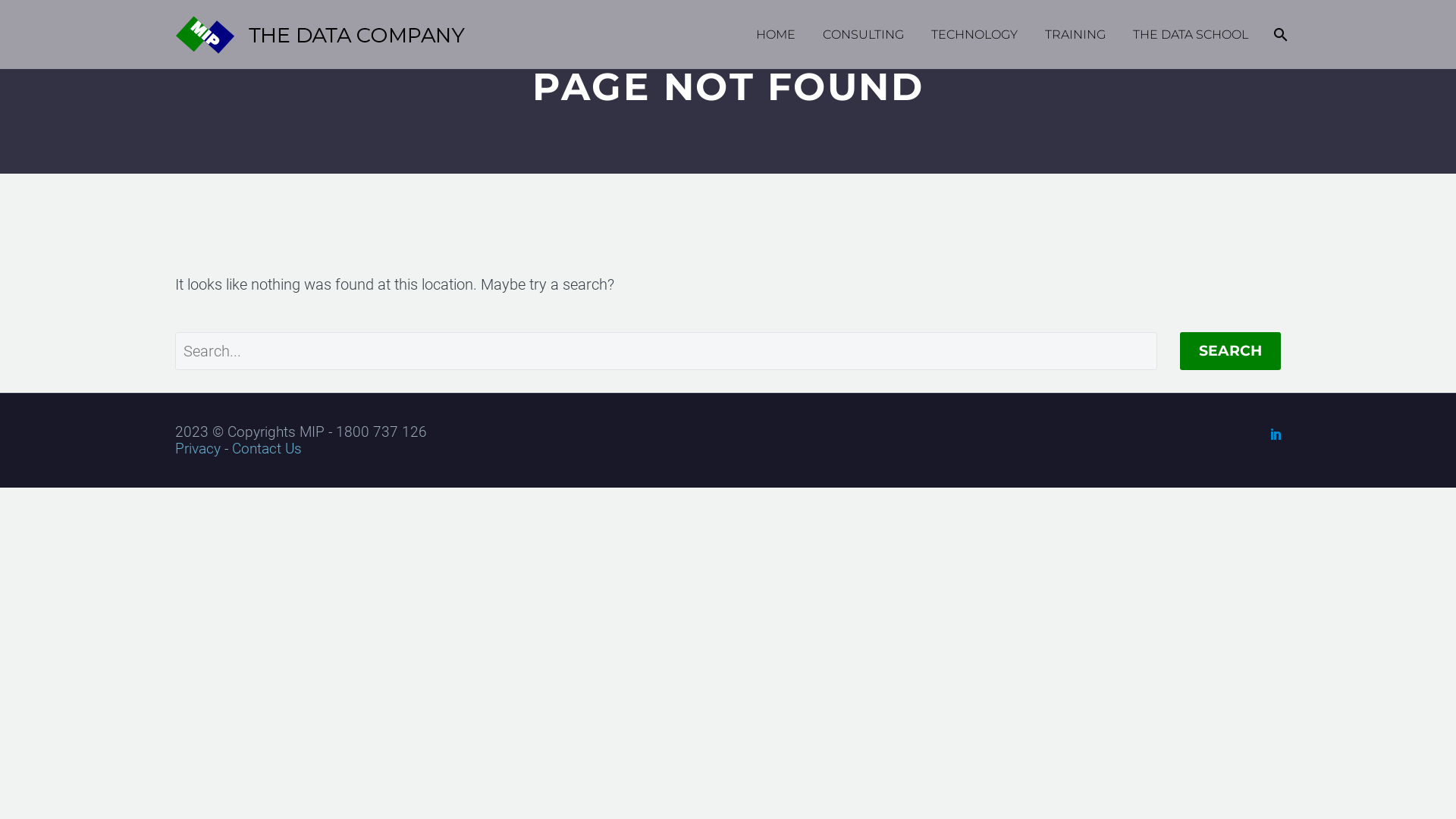  Describe the element at coordinates (1189, 34) in the screenshot. I see `'THE DATA SCHOOL'` at that location.